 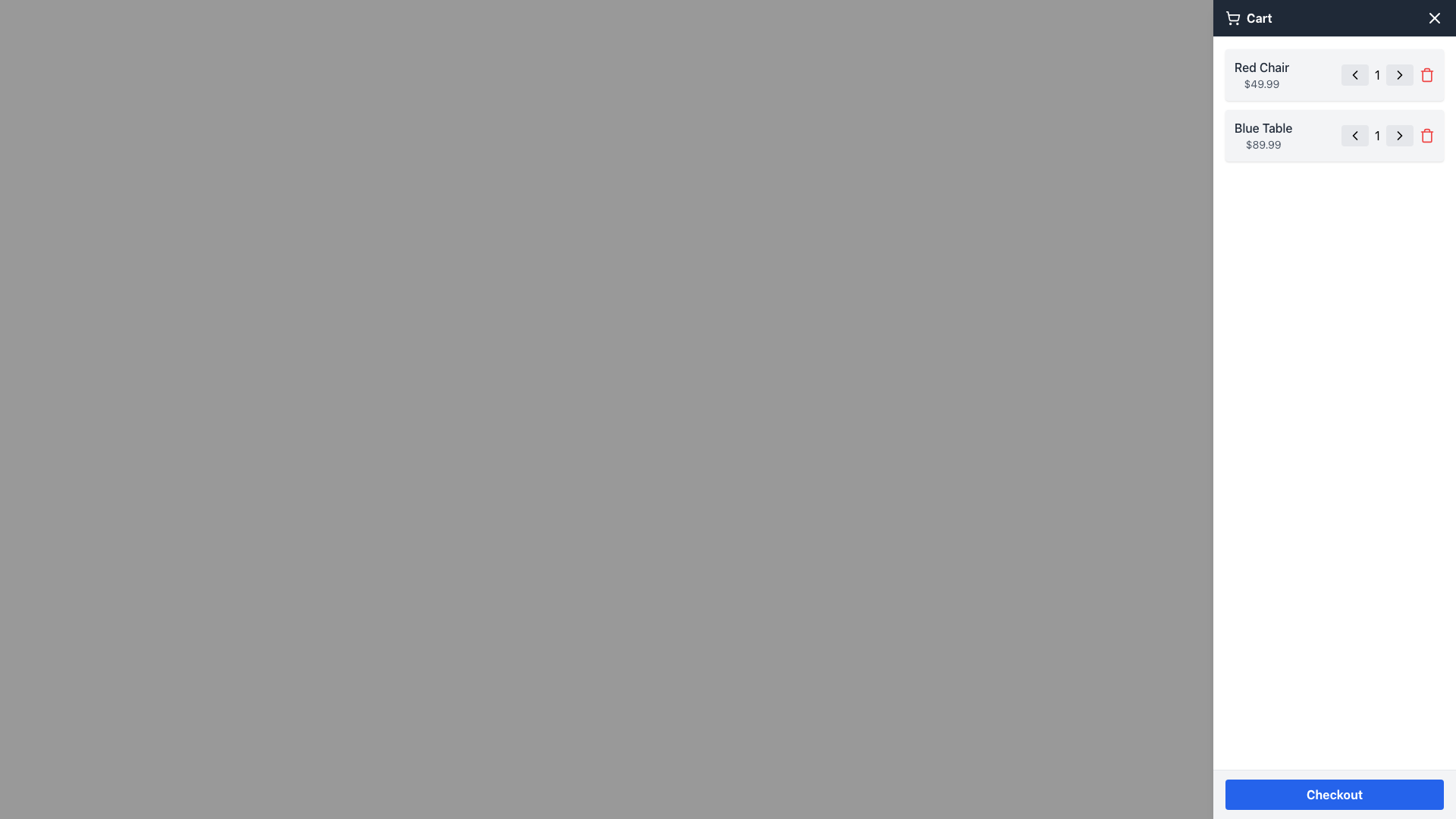 What do you see at coordinates (1233, 16) in the screenshot?
I see `the shopping cart icon outline, specifically targeting the rounded bottom edge and front end of the cart, which is located adjacent to the 'Cart' text label in the top bar interface` at bounding box center [1233, 16].